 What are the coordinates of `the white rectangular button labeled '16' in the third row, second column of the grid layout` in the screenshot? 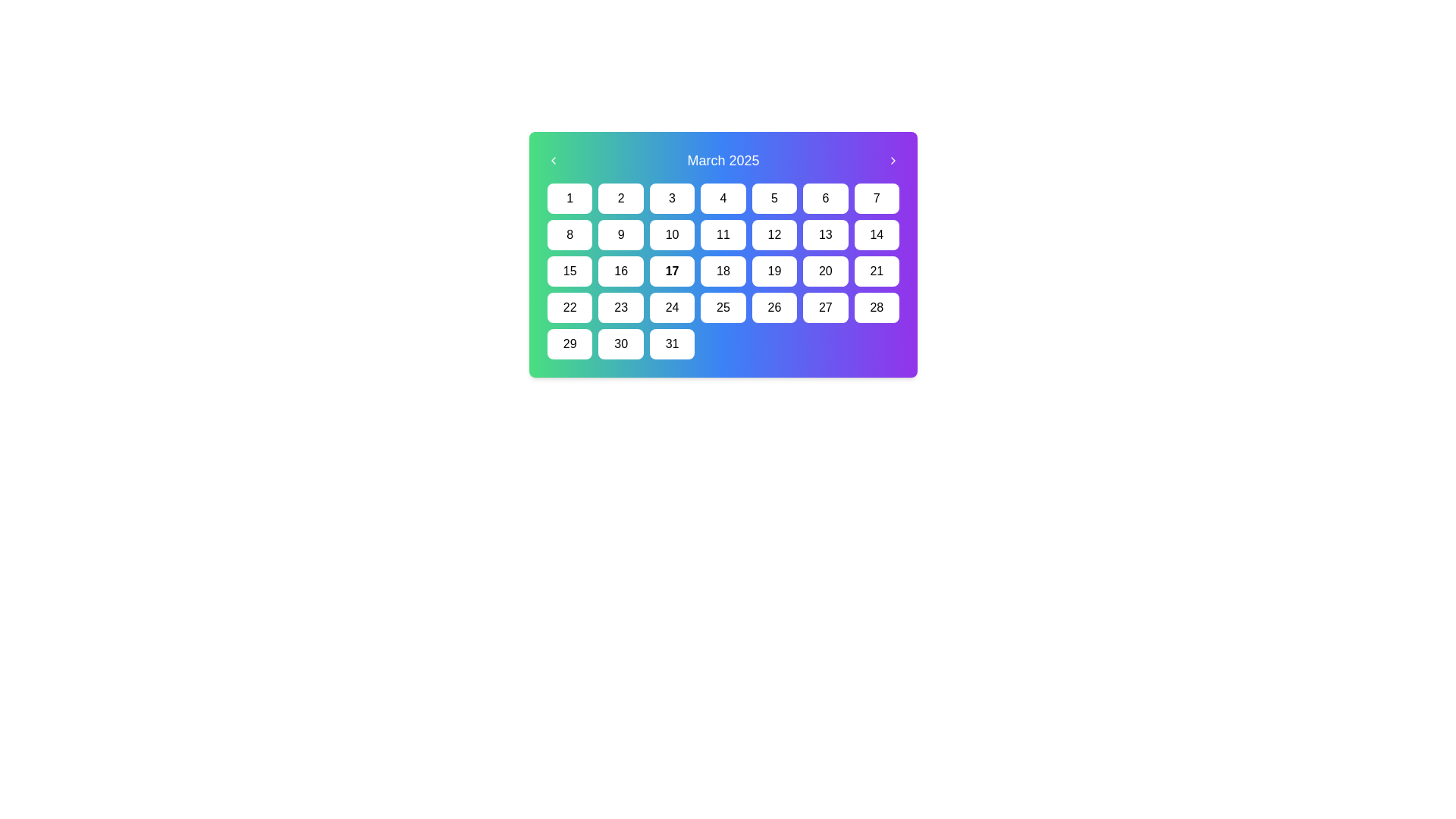 It's located at (621, 271).